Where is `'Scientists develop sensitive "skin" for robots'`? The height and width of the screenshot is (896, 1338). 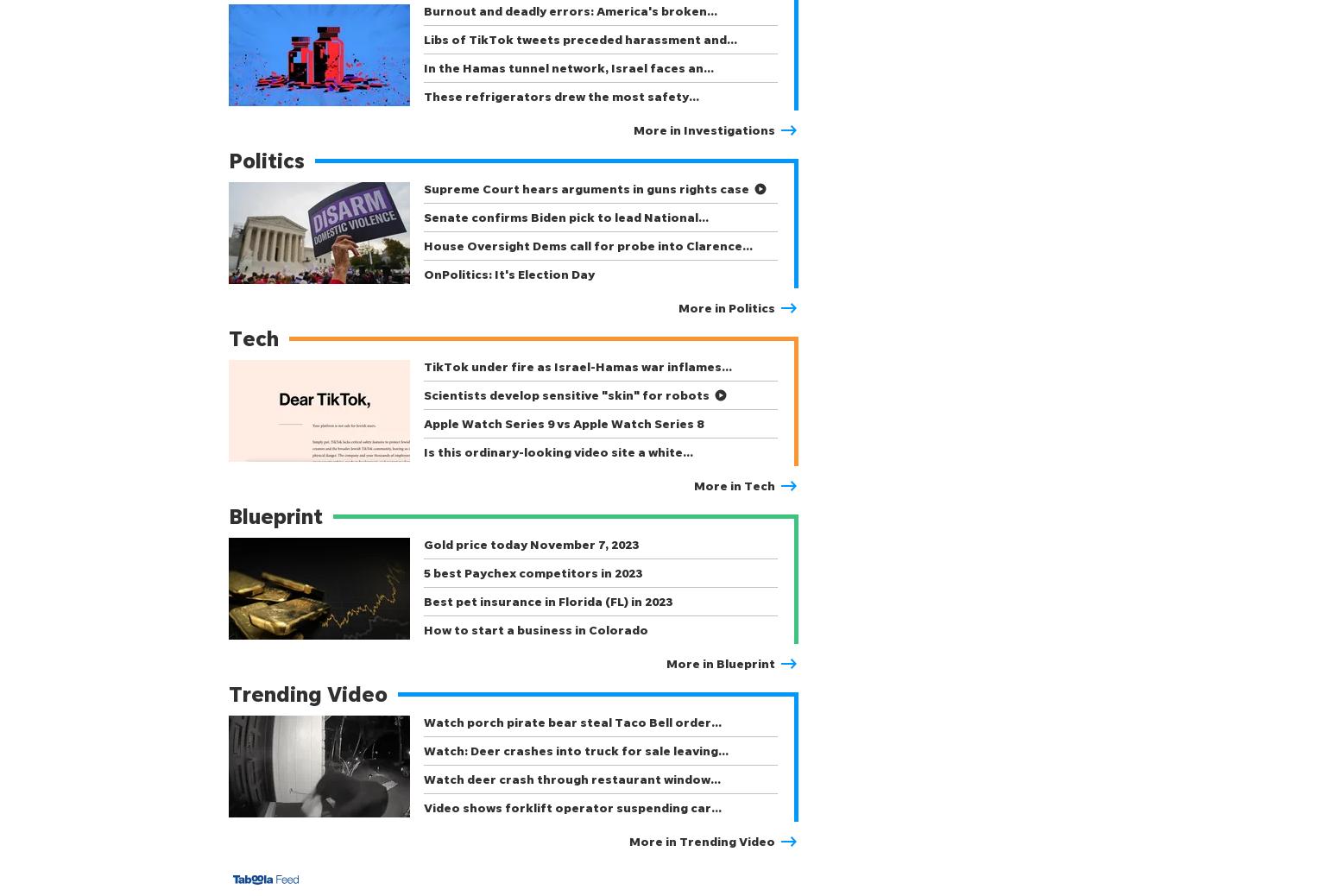 'Scientists develop sensitive "skin" for robots' is located at coordinates (423, 394).